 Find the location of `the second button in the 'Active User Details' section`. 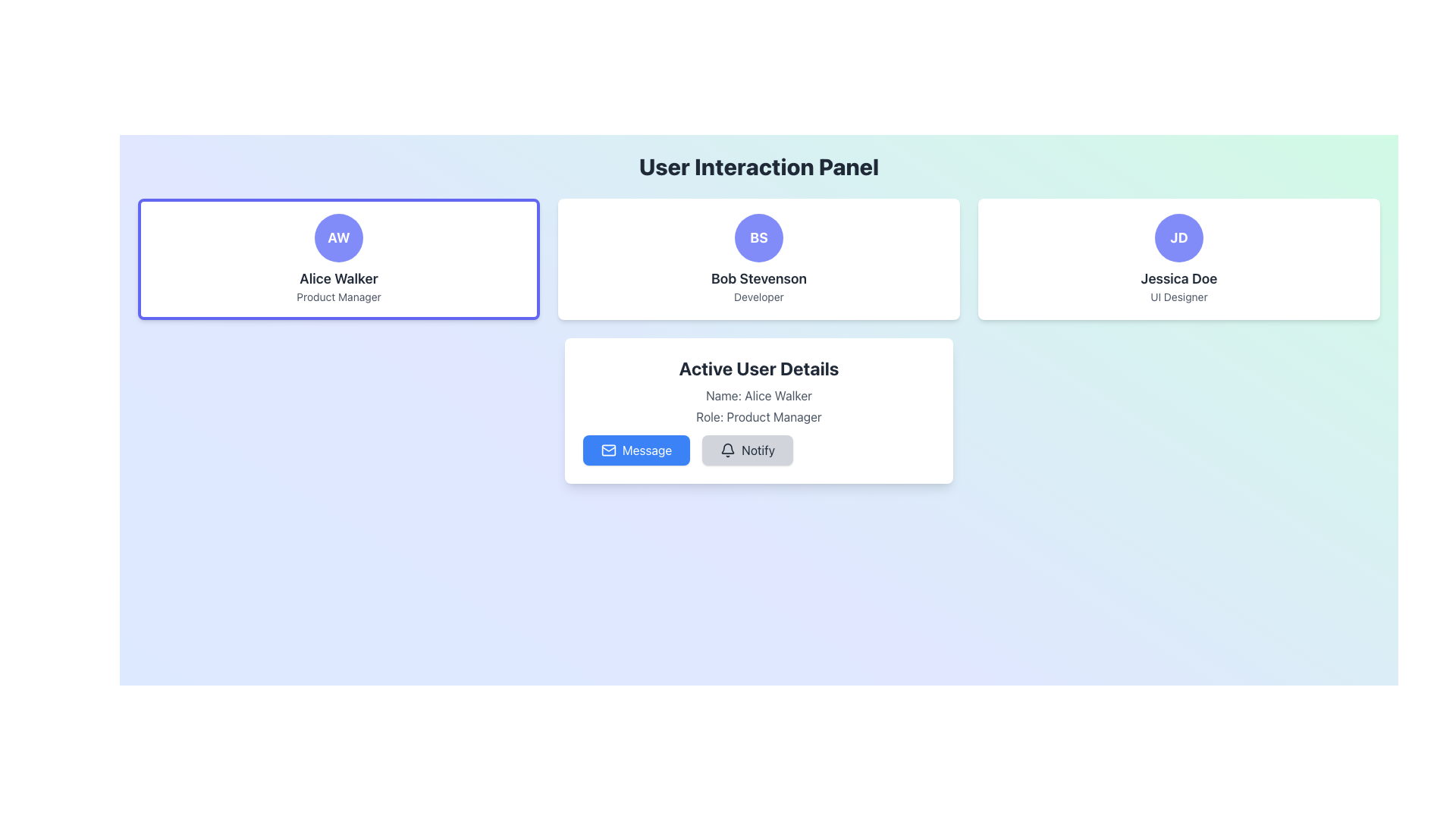

the second button in the 'Active User Details' section is located at coordinates (759, 450).